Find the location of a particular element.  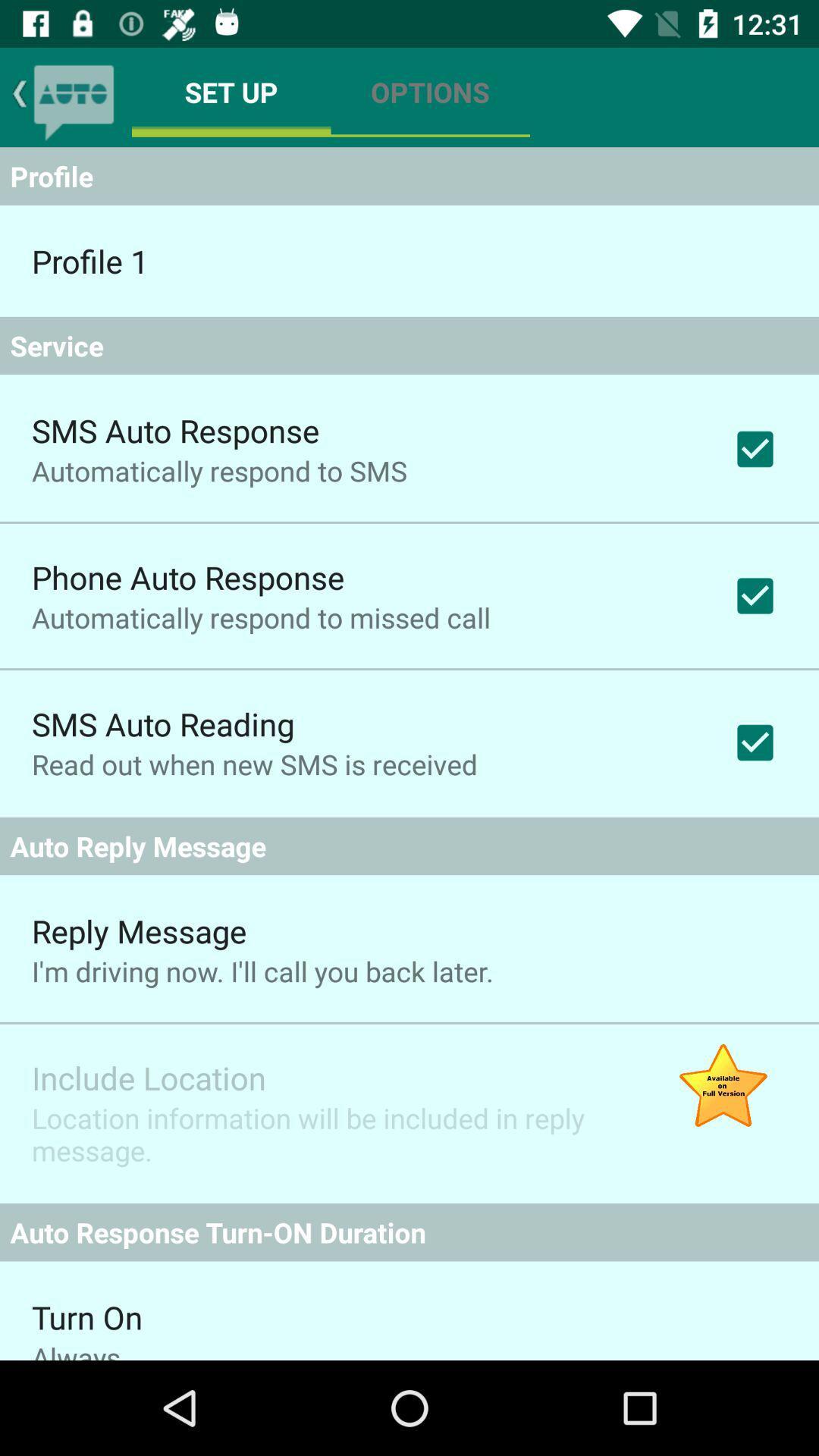

the item above the sms auto response item is located at coordinates (409, 345).